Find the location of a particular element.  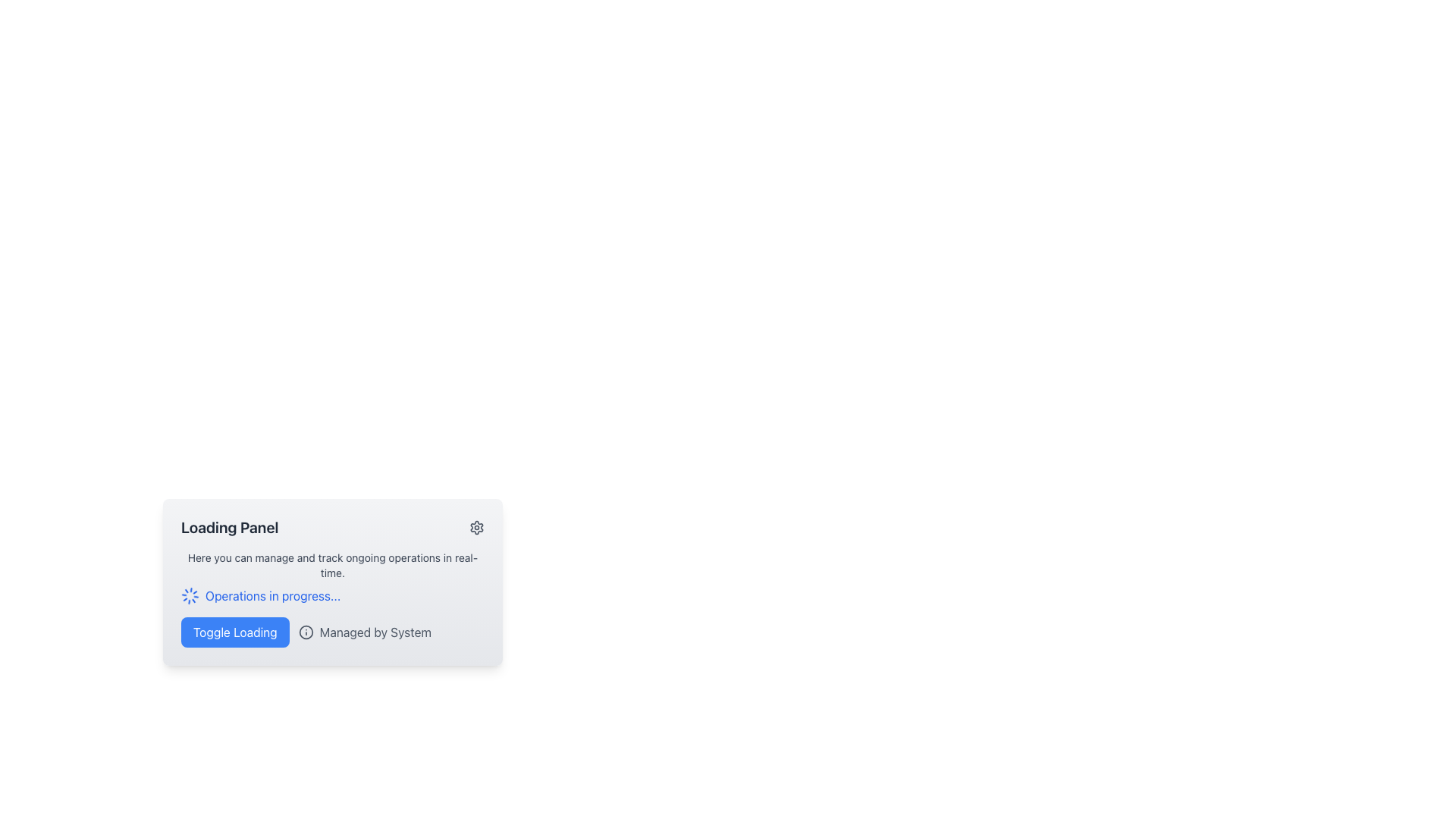

the static text displaying 'Here you can manage and track ongoing operations in real-time.' located beneath the title in the 'Loading Panel' card is located at coordinates (331, 565).